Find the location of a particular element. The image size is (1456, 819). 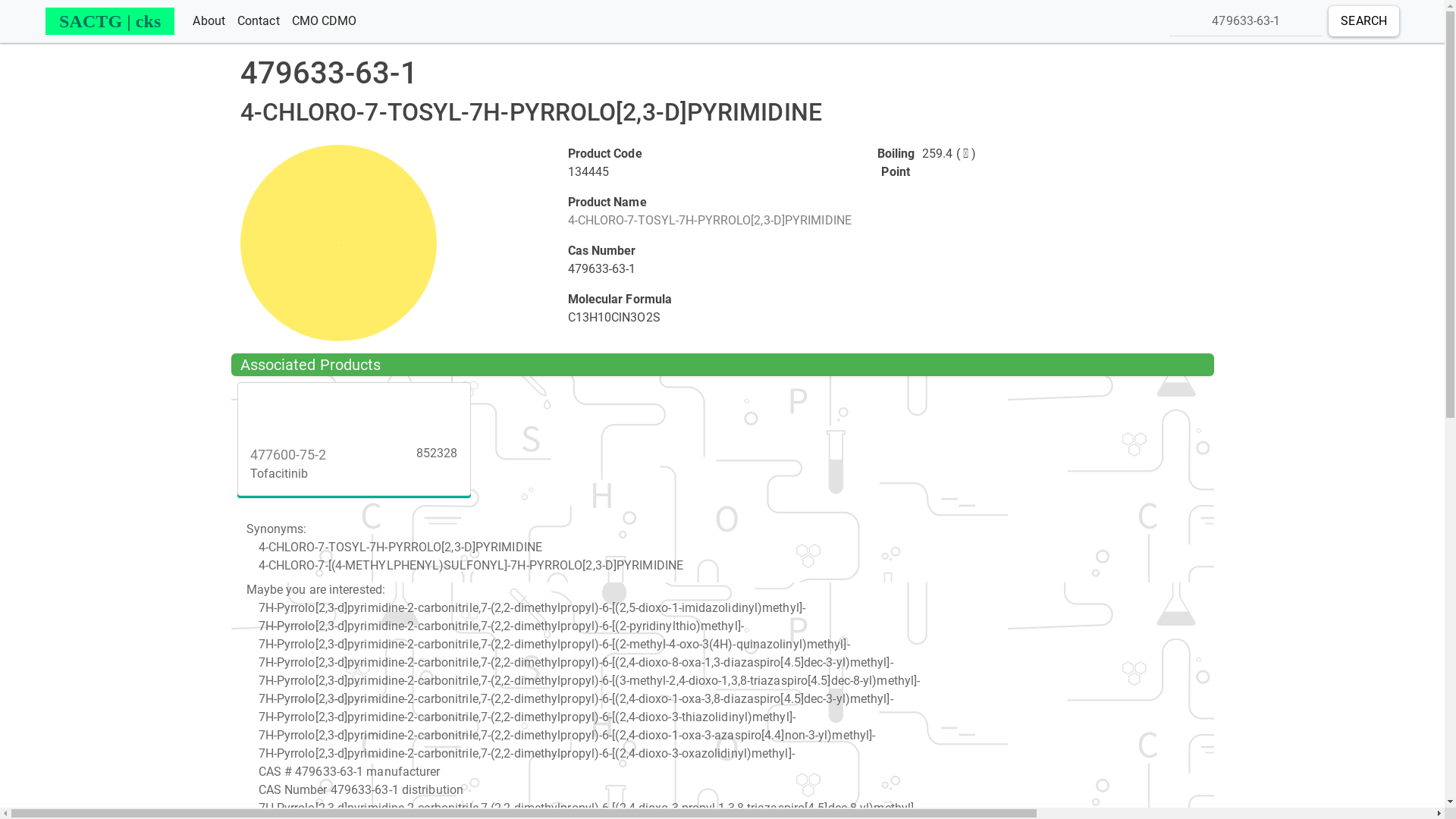

'Search' is located at coordinates (1363, 20).